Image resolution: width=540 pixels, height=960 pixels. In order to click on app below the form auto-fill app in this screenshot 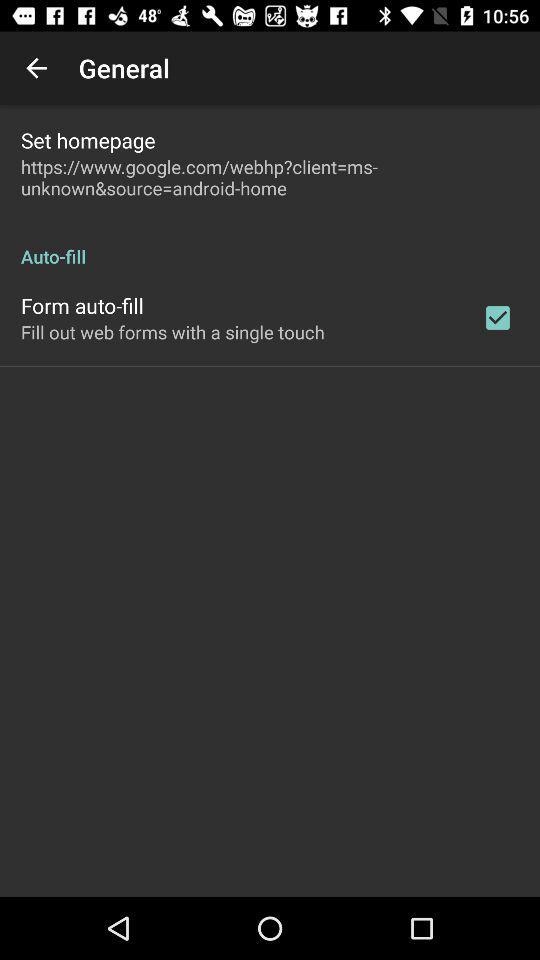, I will do `click(172, 332)`.